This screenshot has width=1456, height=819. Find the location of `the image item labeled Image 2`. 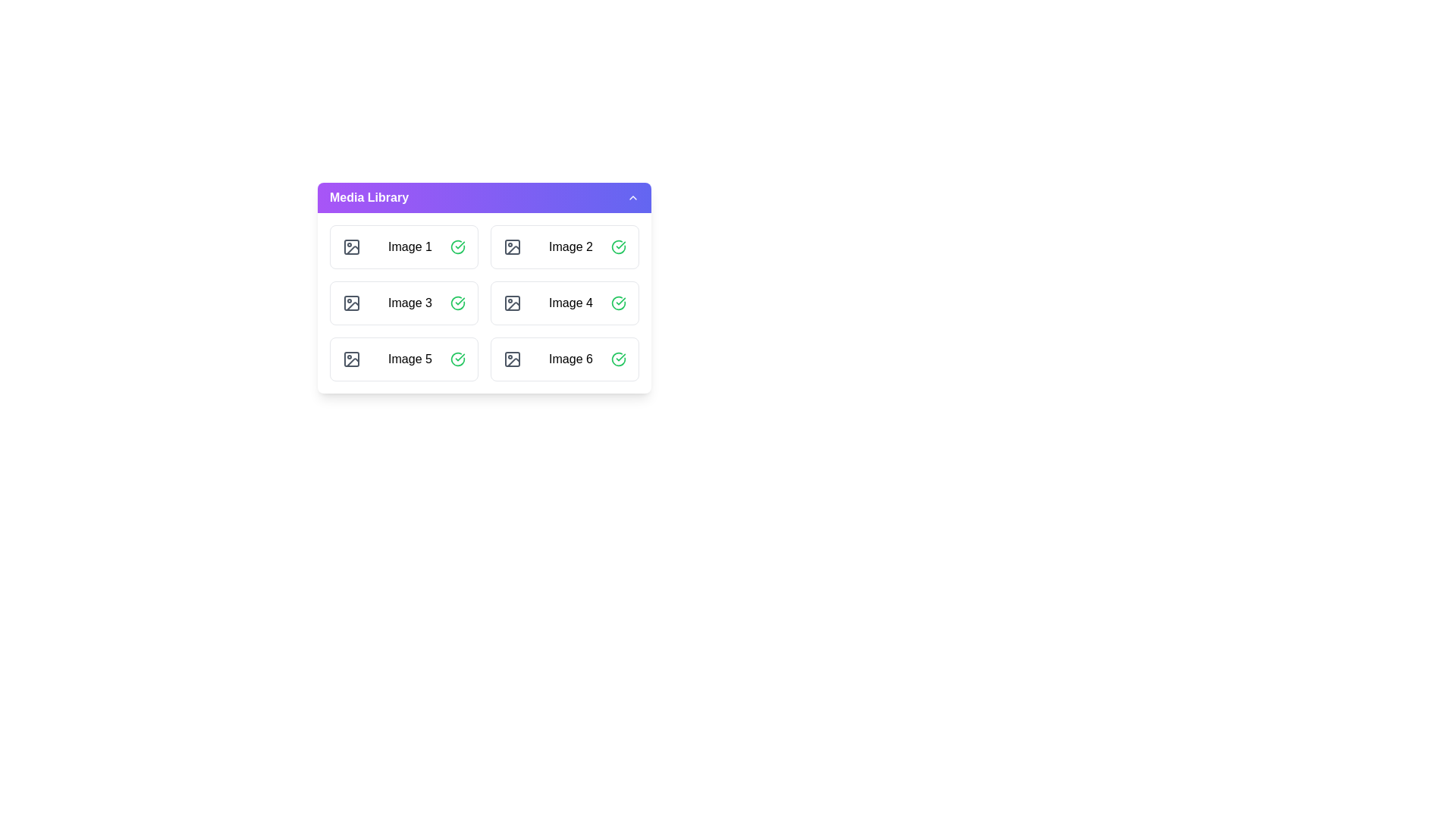

the image item labeled Image 2 is located at coordinates (563, 246).